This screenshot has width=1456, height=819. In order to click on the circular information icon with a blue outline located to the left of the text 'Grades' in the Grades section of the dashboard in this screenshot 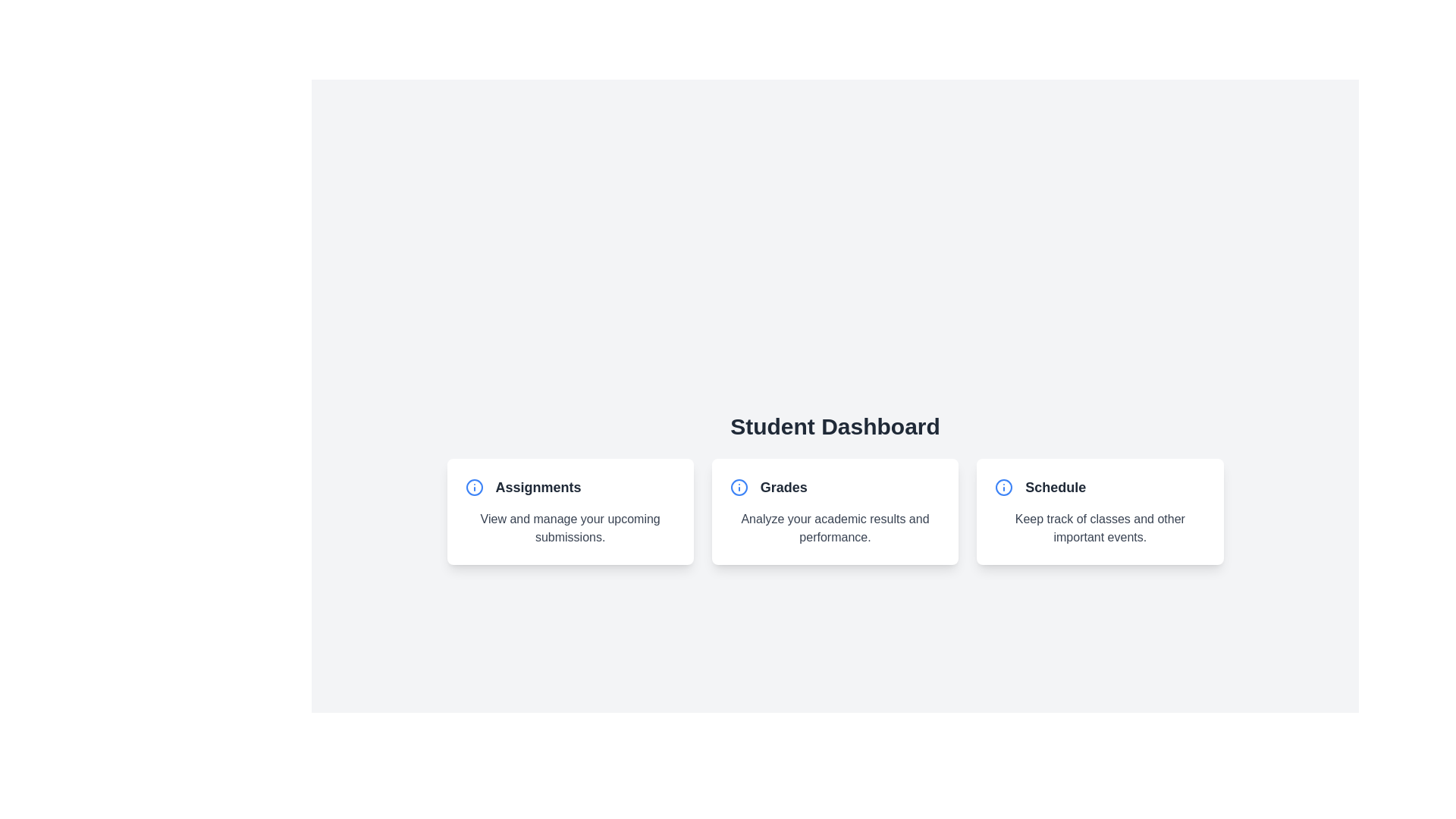, I will do `click(739, 488)`.